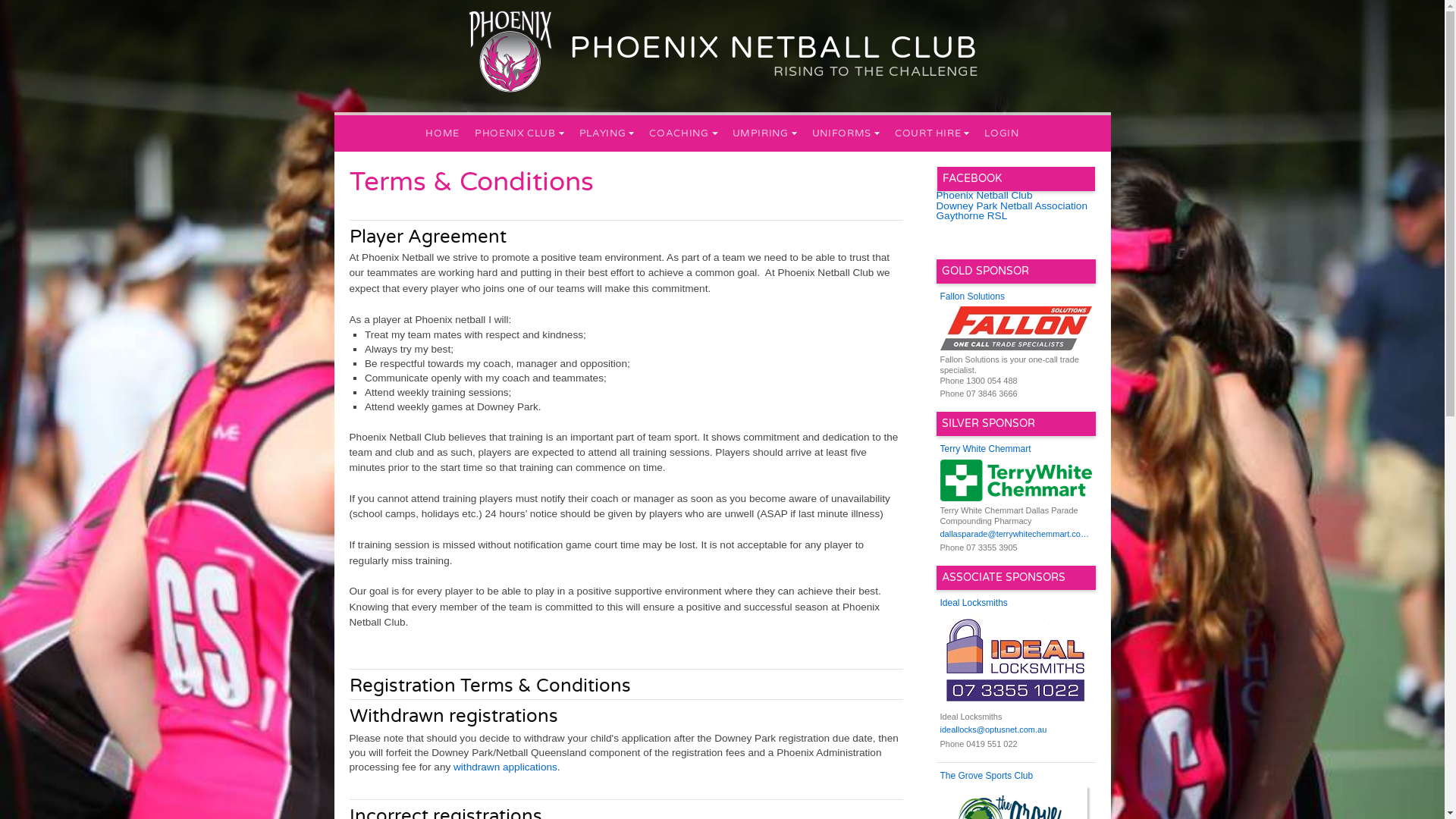 This screenshot has height=819, width=1456. Describe the element at coordinates (939, 602) in the screenshot. I see `'Ideal Locksmiths'` at that location.